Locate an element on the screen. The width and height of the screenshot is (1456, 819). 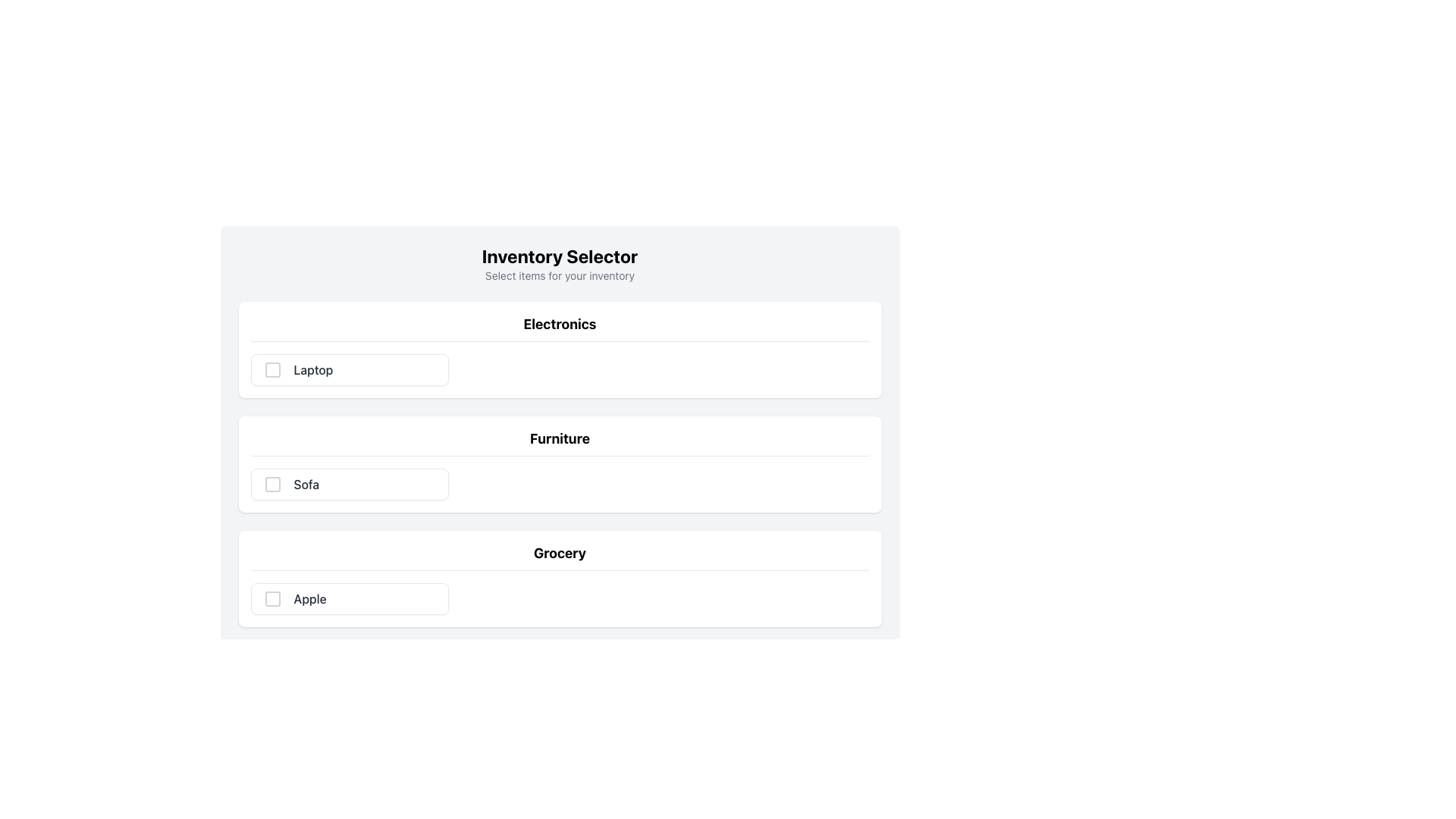
the Decorative SVG subcomponent within the 'Furniture' group of the Inventory Selector interface to interact with it is located at coordinates (272, 485).